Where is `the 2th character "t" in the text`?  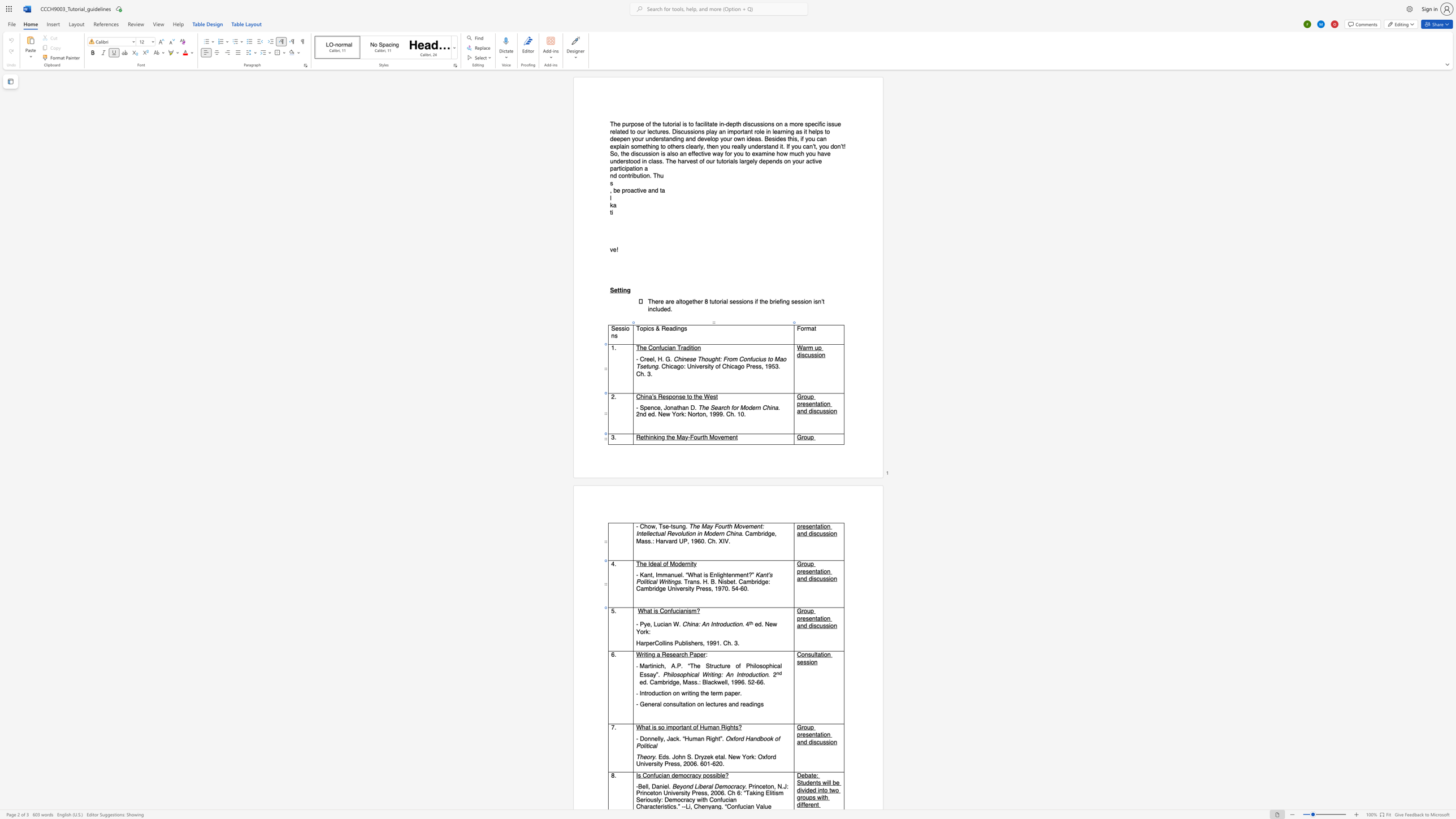
the 2th character "t" in the text is located at coordinates (701, 575).